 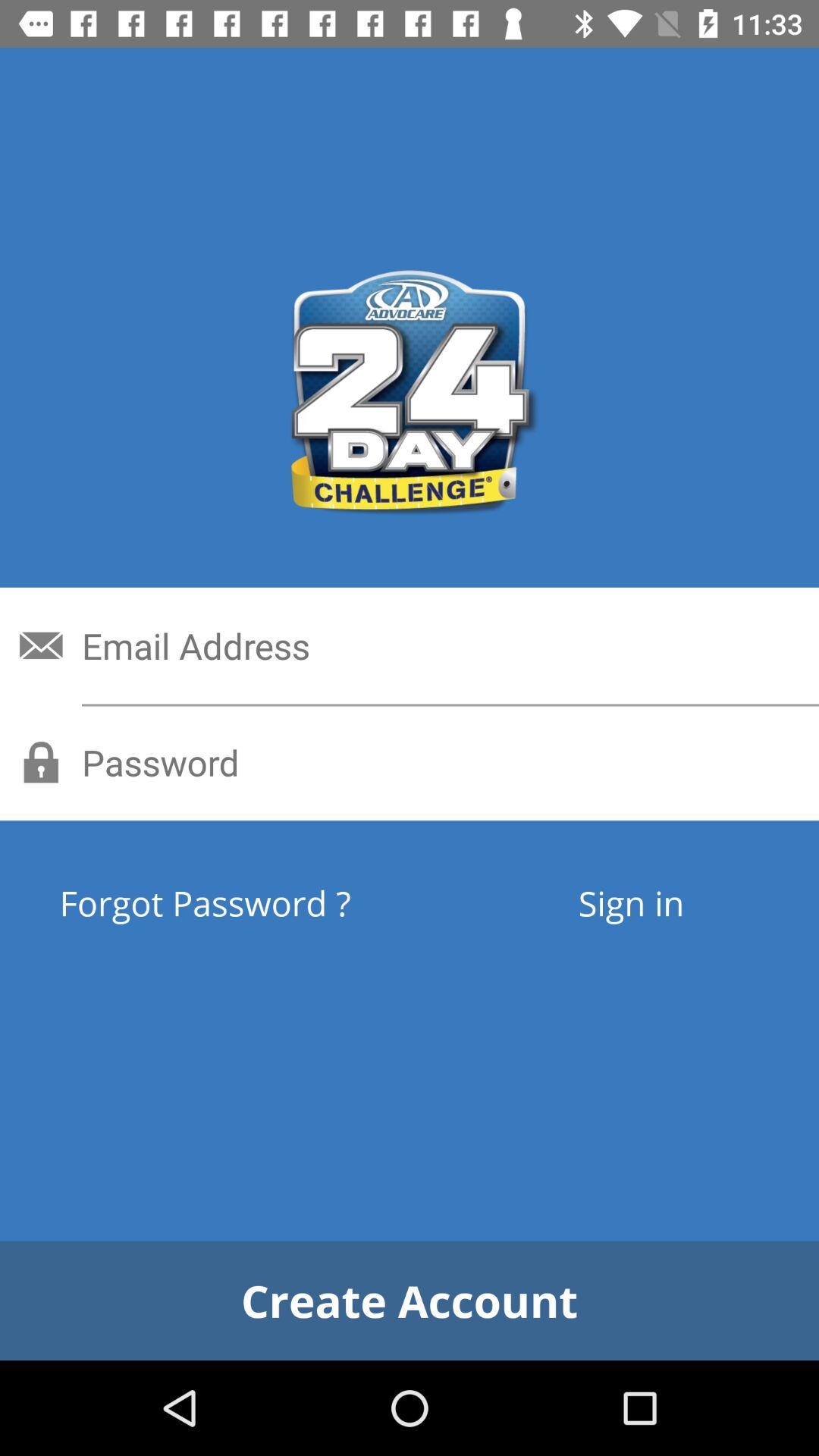 I want to click on icon above the create account icon, so click(x=631, y=902).